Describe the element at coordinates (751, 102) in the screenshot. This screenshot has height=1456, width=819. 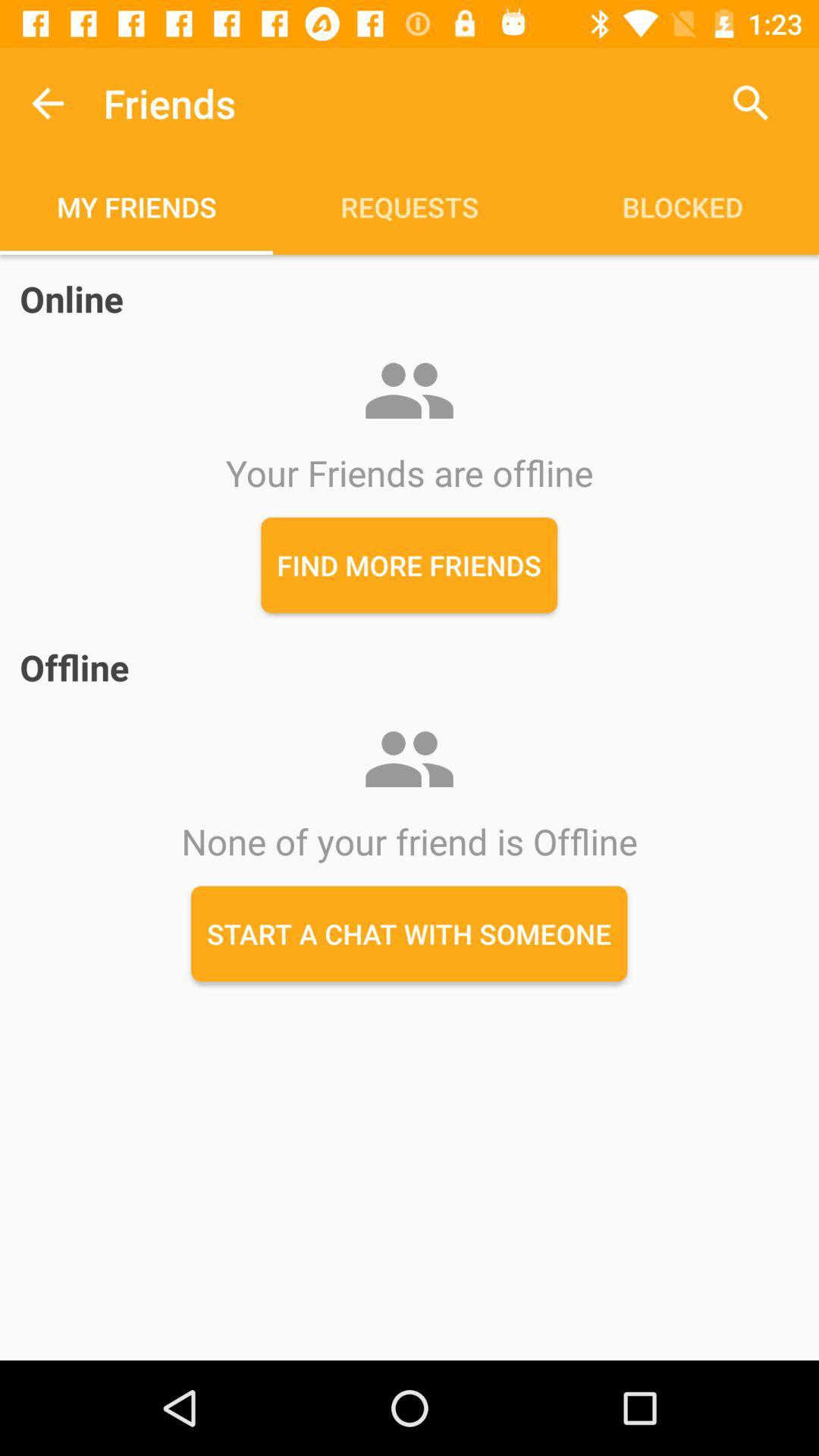
I see `icon to the right of the friends item` at that location.